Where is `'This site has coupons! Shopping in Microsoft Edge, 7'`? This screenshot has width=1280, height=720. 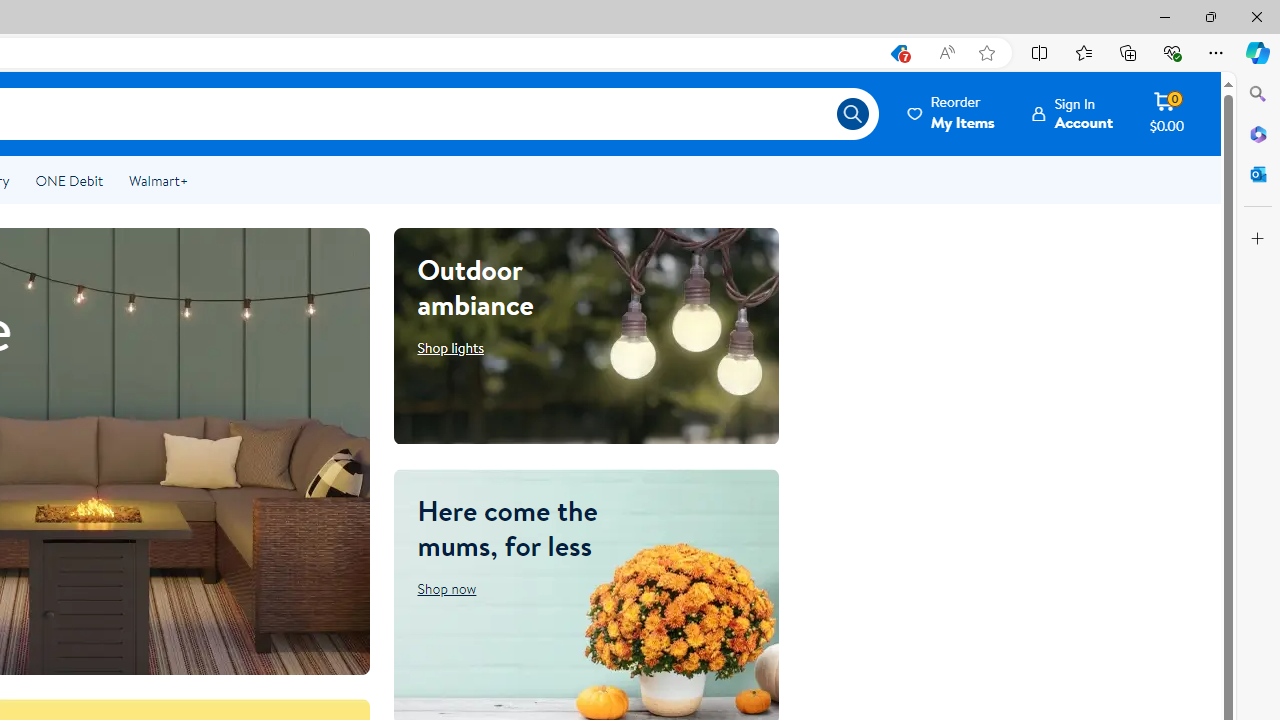
'This site has coupons! Shopping in Microsoft Edge, 7' is located at coordinates (897, 52).